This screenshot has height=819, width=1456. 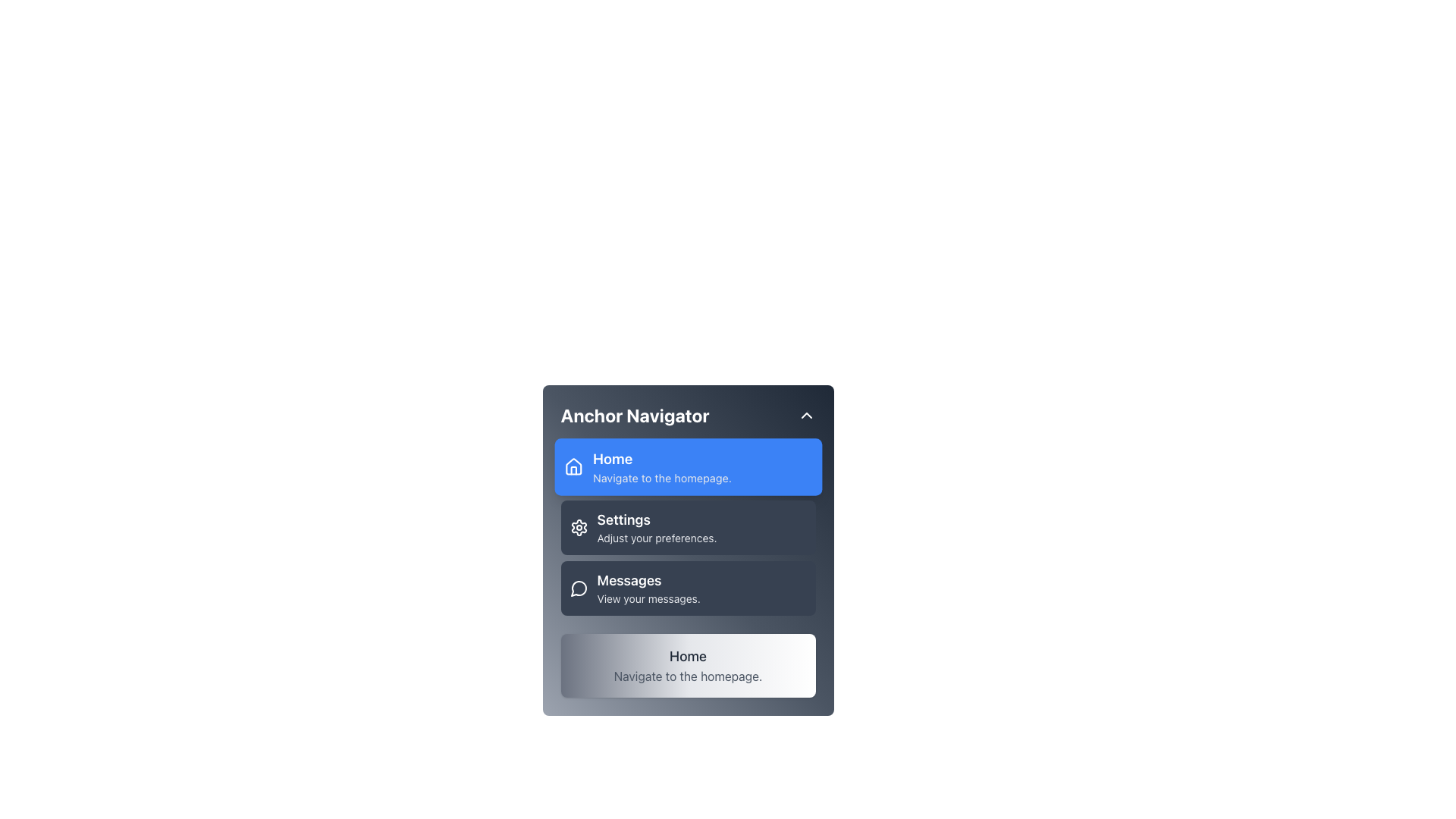 I want to click on the settings button located in the Anchor Navigator, positioned between the Home and Messages options, so click(x=687, y=526).